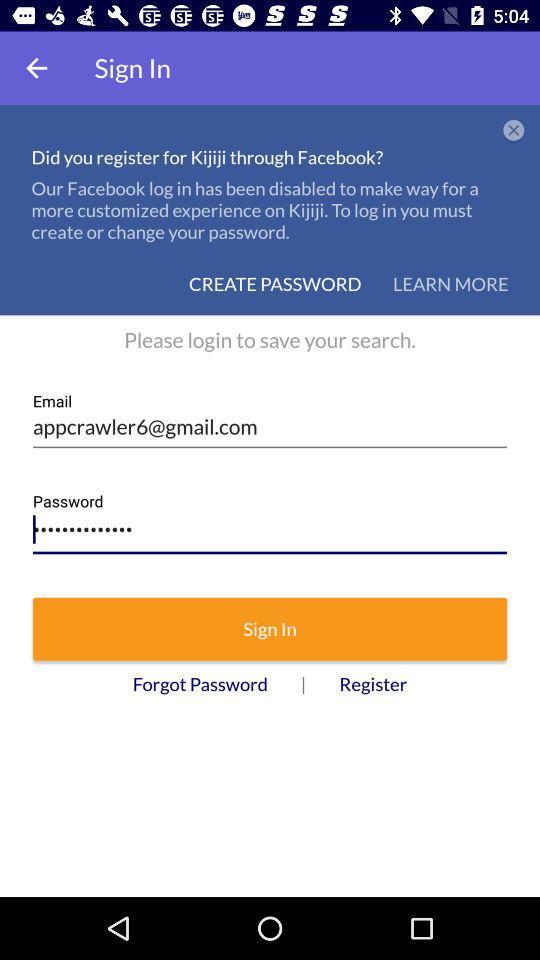  Describe the element at coordinates (200, 684) in the screenshot. I see `item next to | icon` at that location.